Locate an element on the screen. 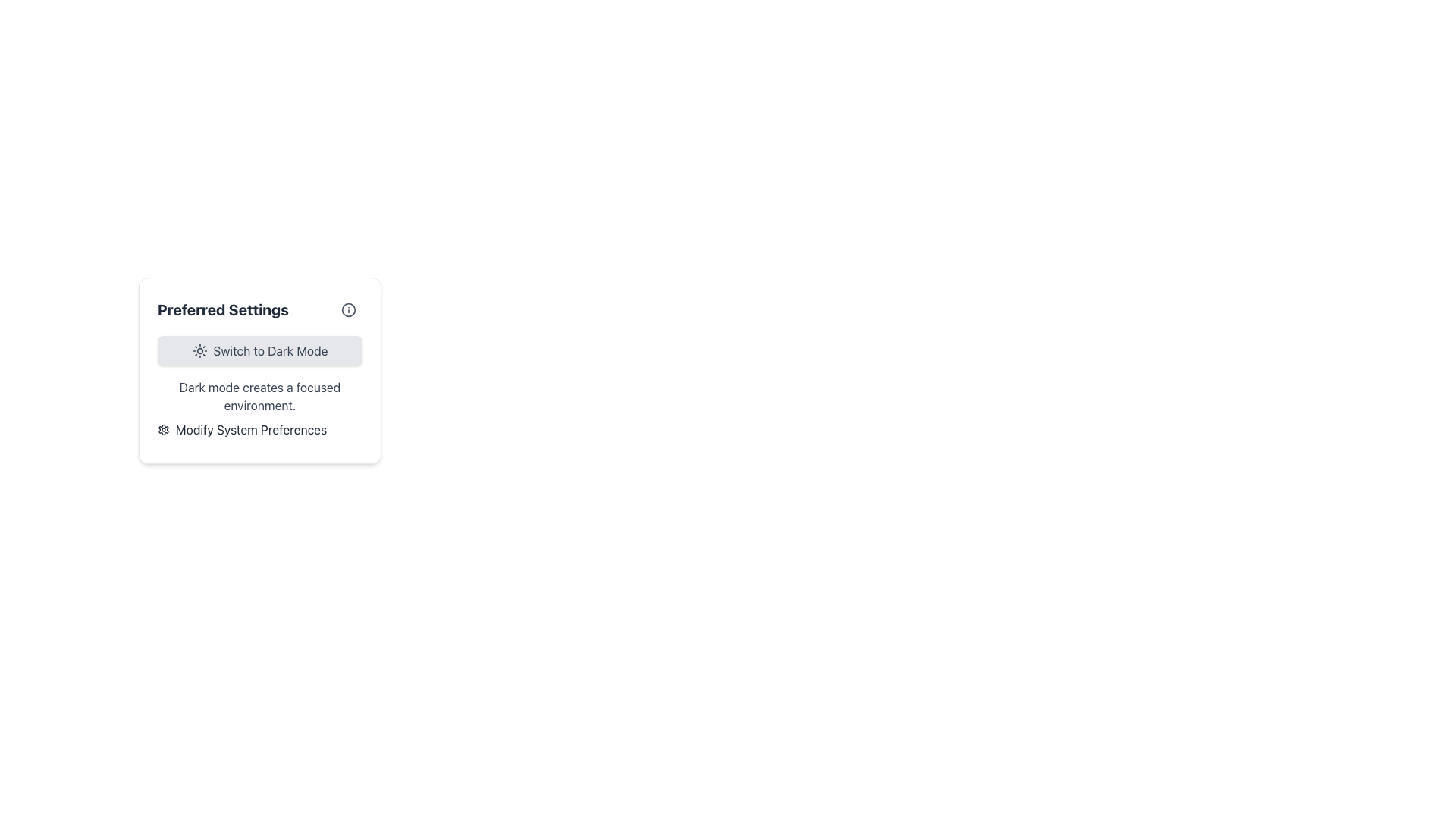  the small, circular gear-shaped icon located to the immediate left of the text label 'Modify System Preferences' in the 'Preferred Settings' card is located at coordinates (164, 430).